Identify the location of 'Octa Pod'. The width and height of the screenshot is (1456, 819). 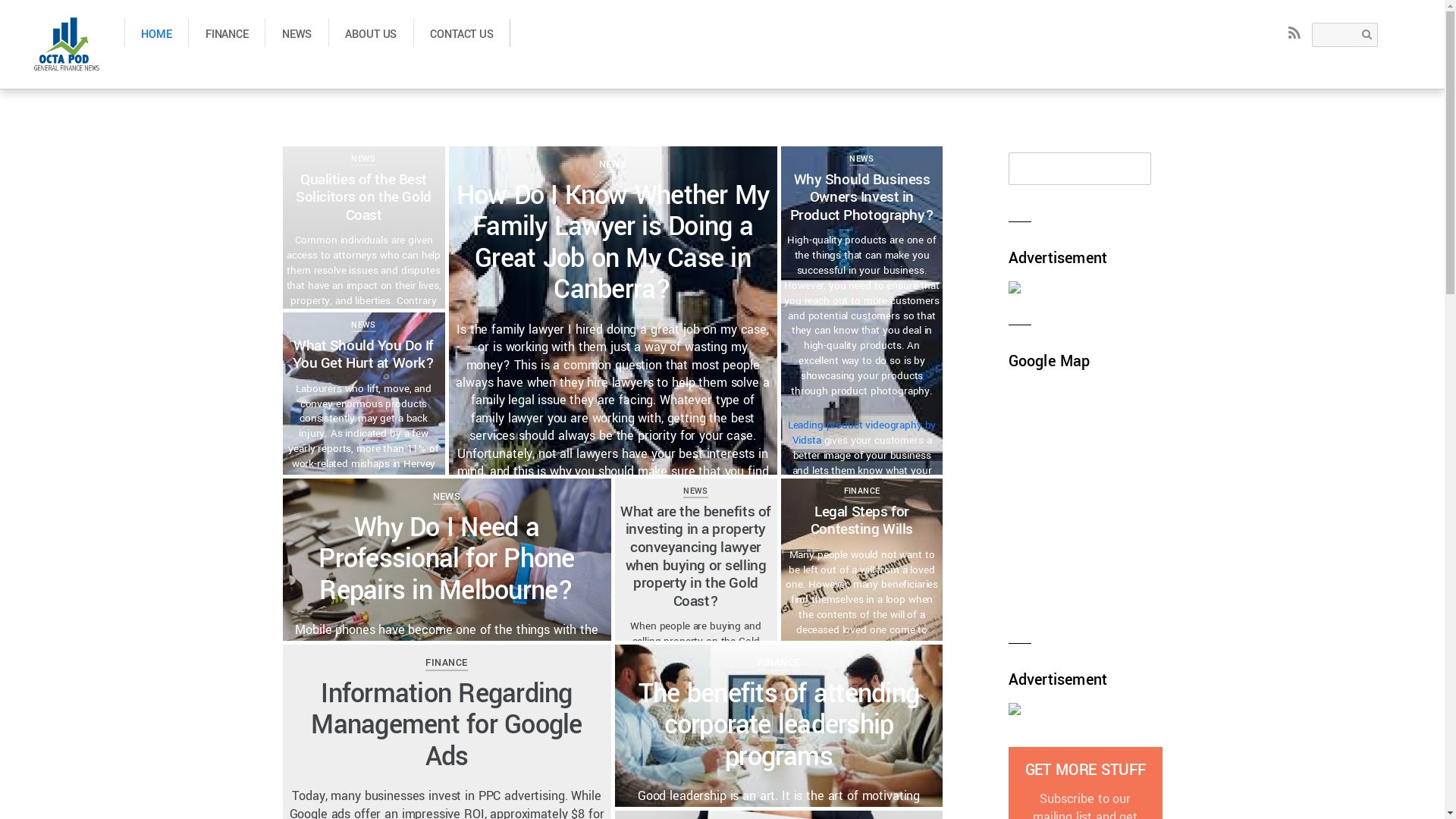
(29, 42).